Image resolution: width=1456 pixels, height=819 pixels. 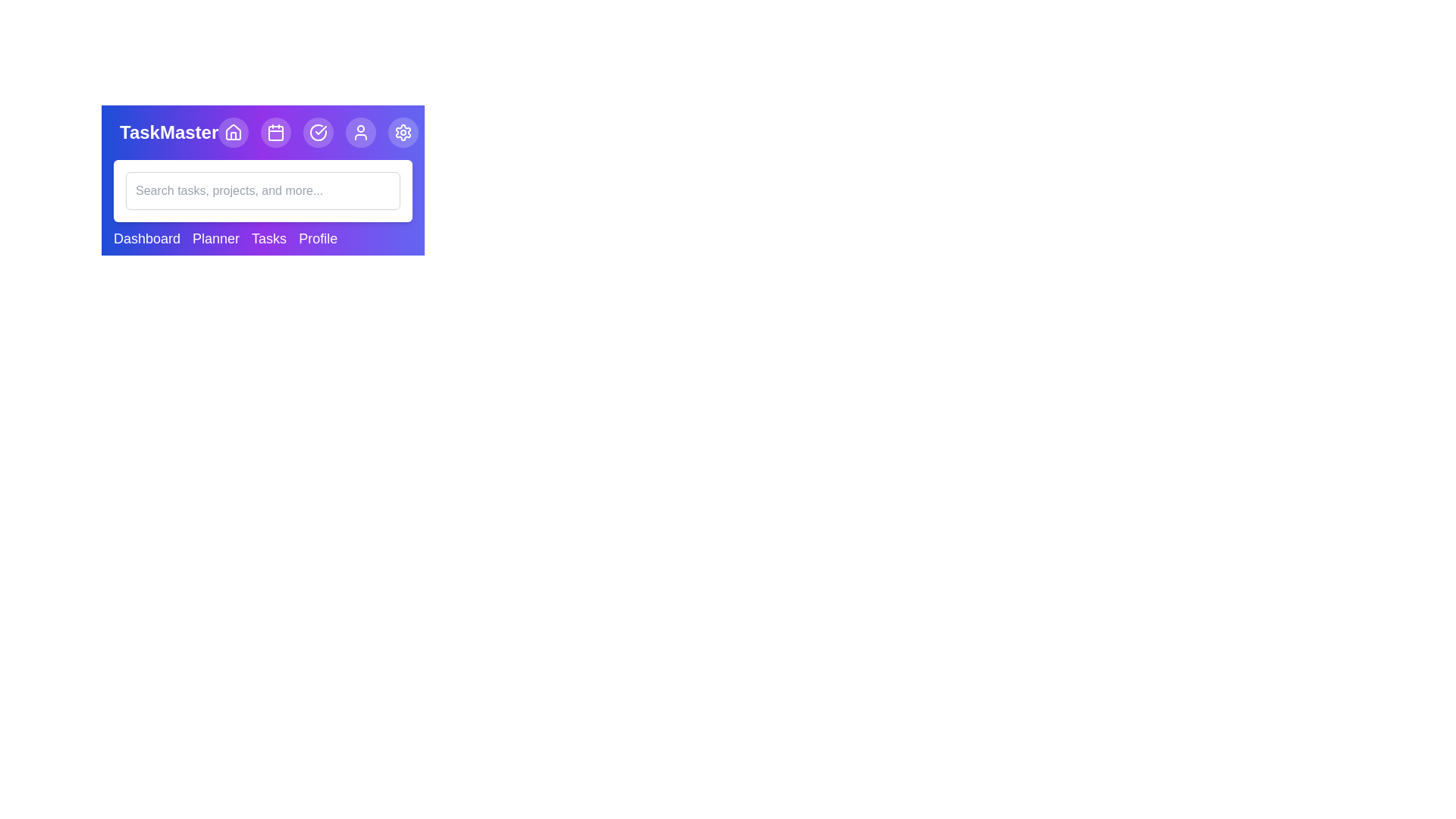 What do you see at coordinates (262, 190) in the screenshot?
I see `the search bar and type the text 'example query'` at bounding box center [262, 190].